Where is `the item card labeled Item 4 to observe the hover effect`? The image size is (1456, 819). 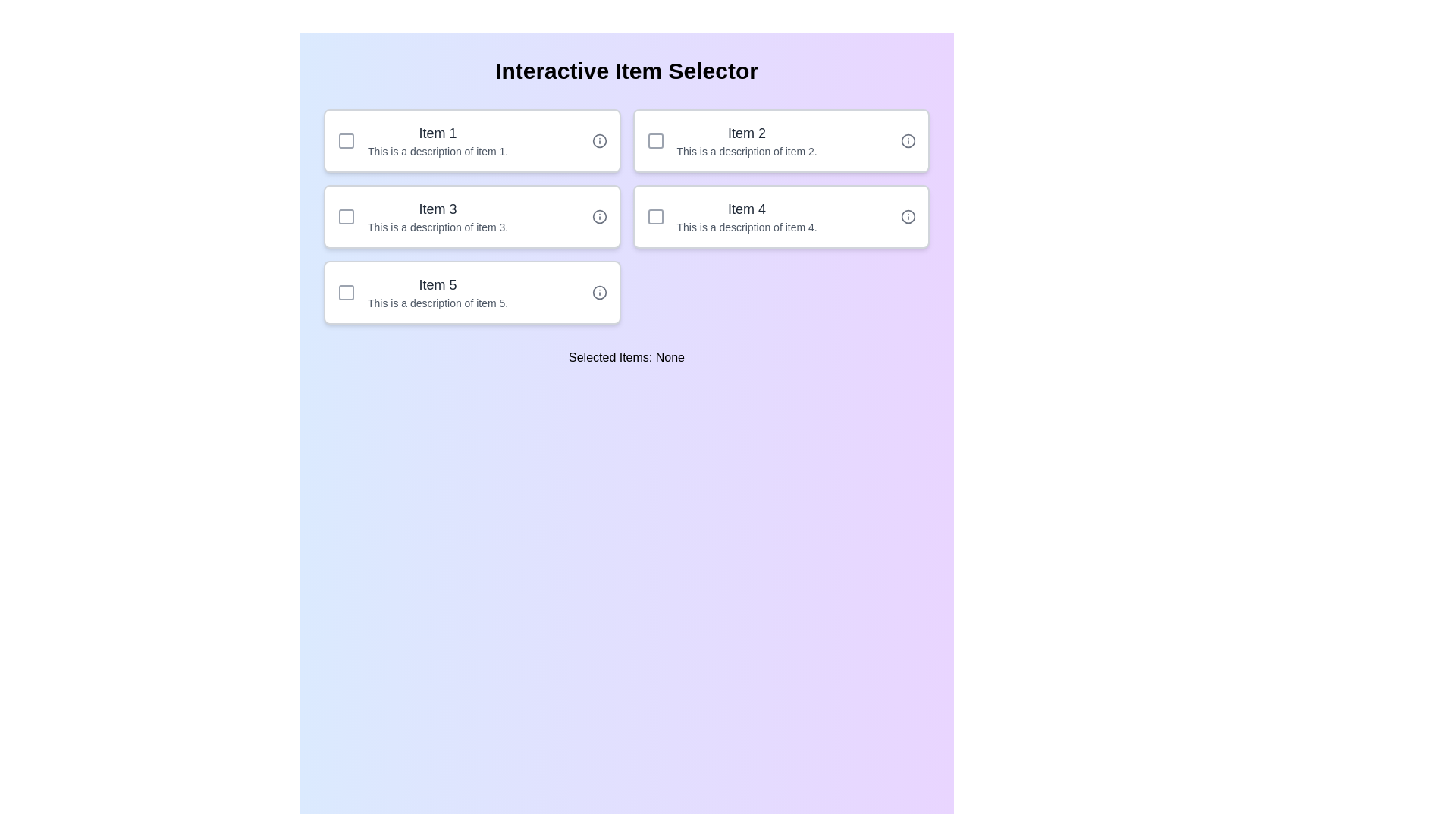 the item card labeled Item 4 to observe the hover effect is located at coordinates (781, 216).